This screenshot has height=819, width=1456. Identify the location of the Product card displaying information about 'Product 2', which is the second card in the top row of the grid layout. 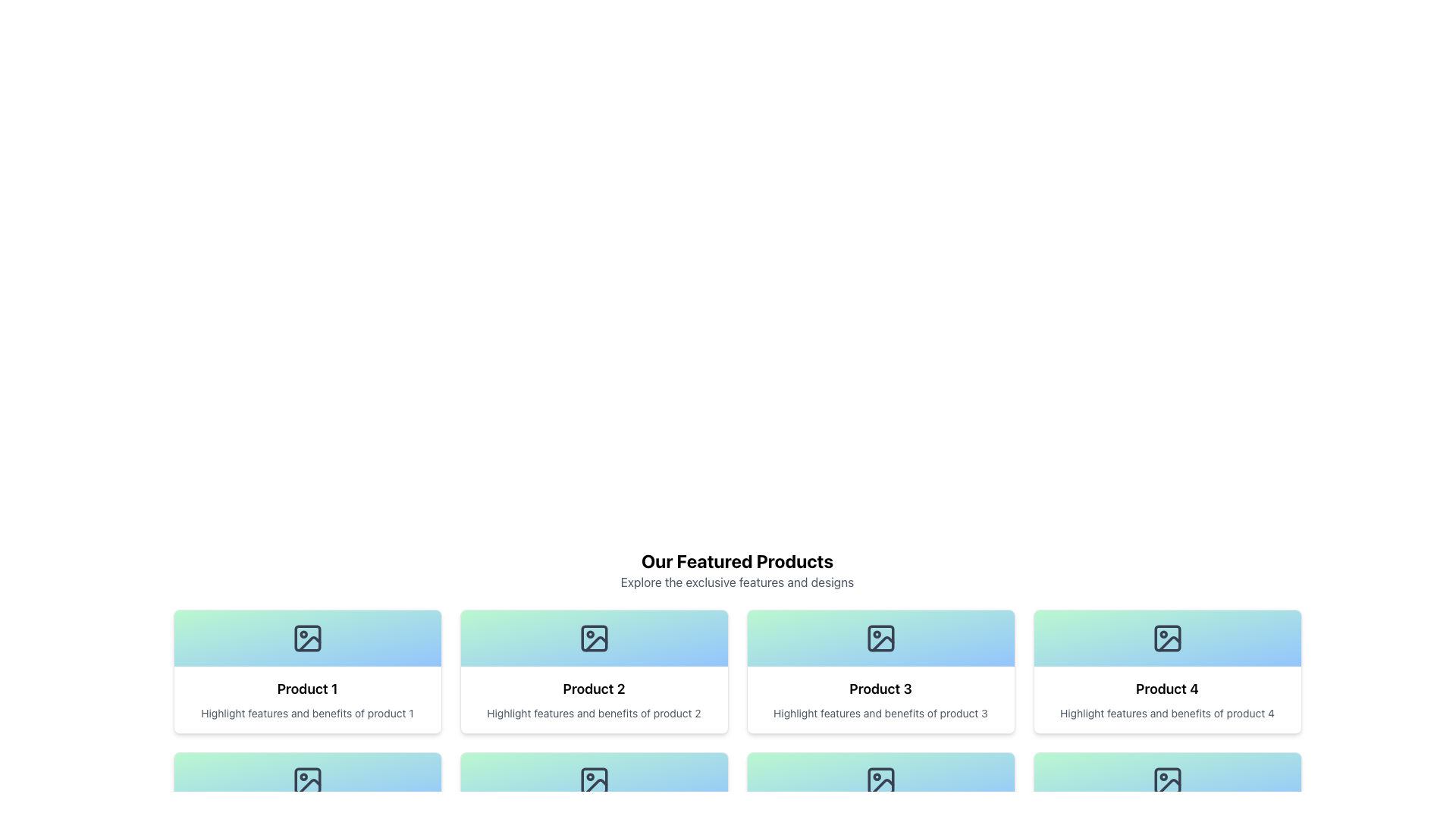
(593, 671).